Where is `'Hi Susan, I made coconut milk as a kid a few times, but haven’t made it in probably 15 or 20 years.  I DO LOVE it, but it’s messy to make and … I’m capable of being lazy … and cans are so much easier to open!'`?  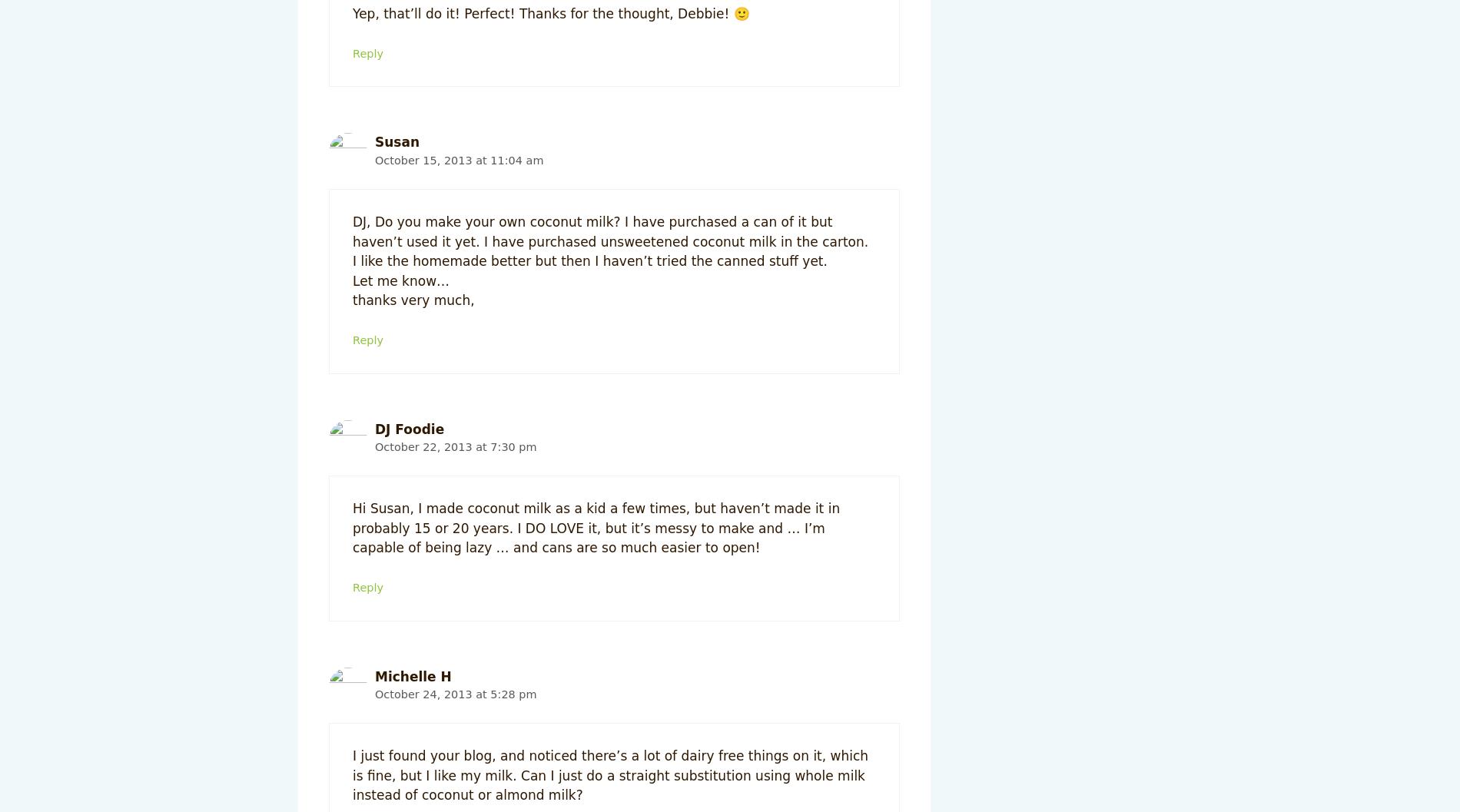
'Hi Susan, I made coconut milk as a kid a few times, but haven’t made it in probably 15 or 20 years.  I DO LOVE it, but it’s messy to make and … I’m capable of being lazy … and cans are so much easier to open!' is located at coordinates (595, 527).